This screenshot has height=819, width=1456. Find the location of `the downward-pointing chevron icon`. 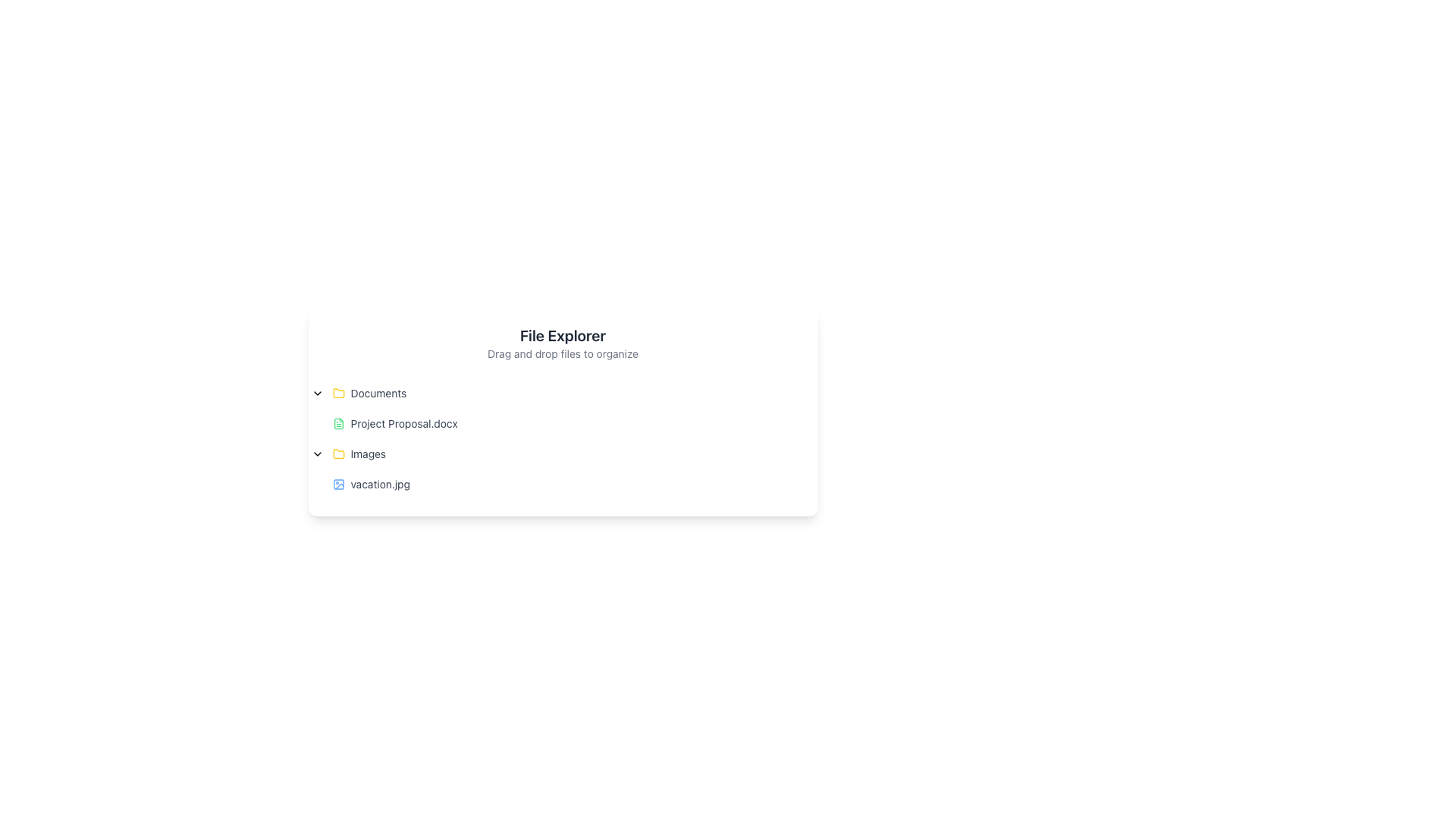

the downward-pointing chevron icon is located at coordinates (316, 453).